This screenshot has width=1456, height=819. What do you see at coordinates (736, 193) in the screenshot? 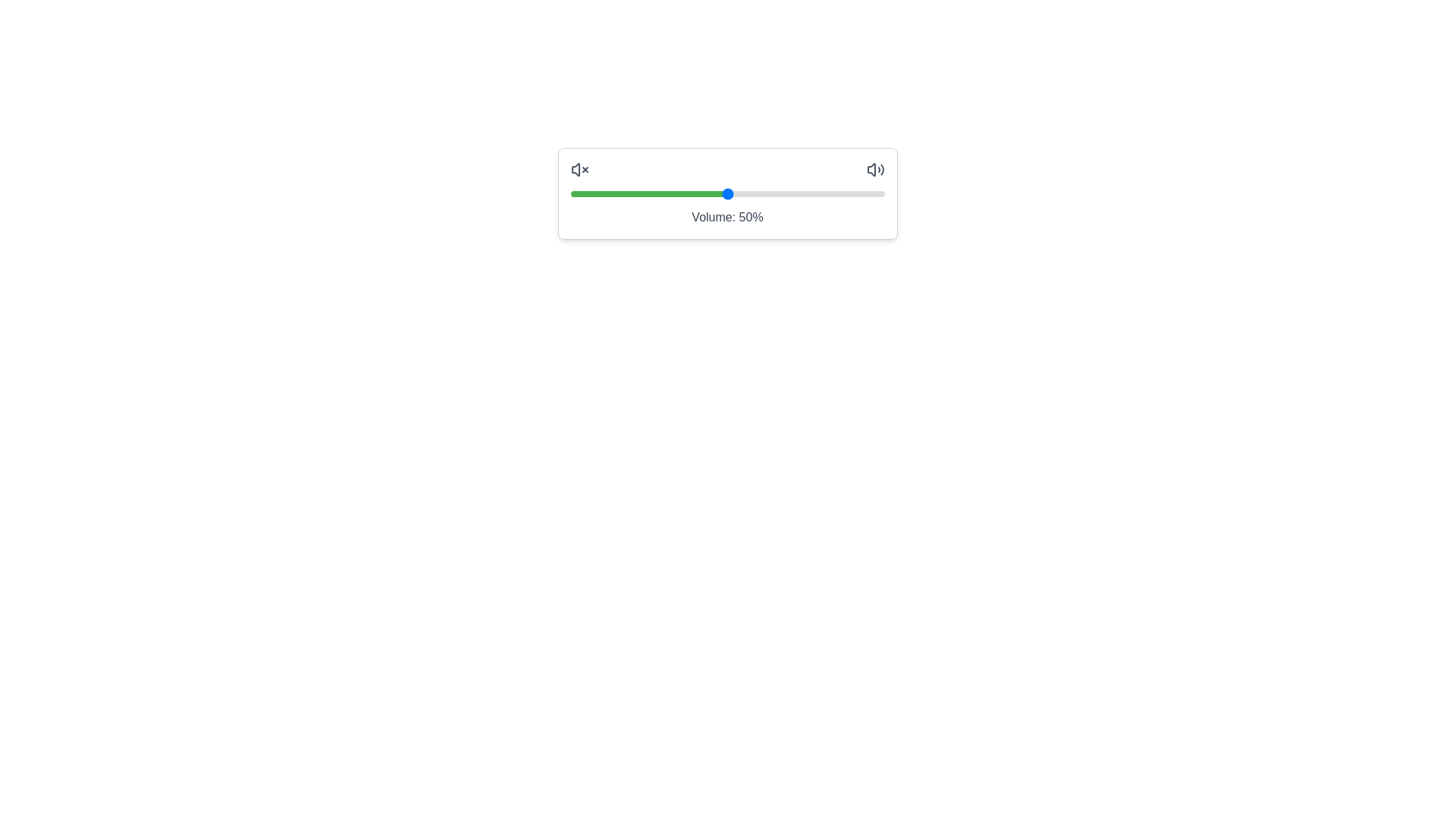
I see `the volume level` at bounding box center [736, 193].